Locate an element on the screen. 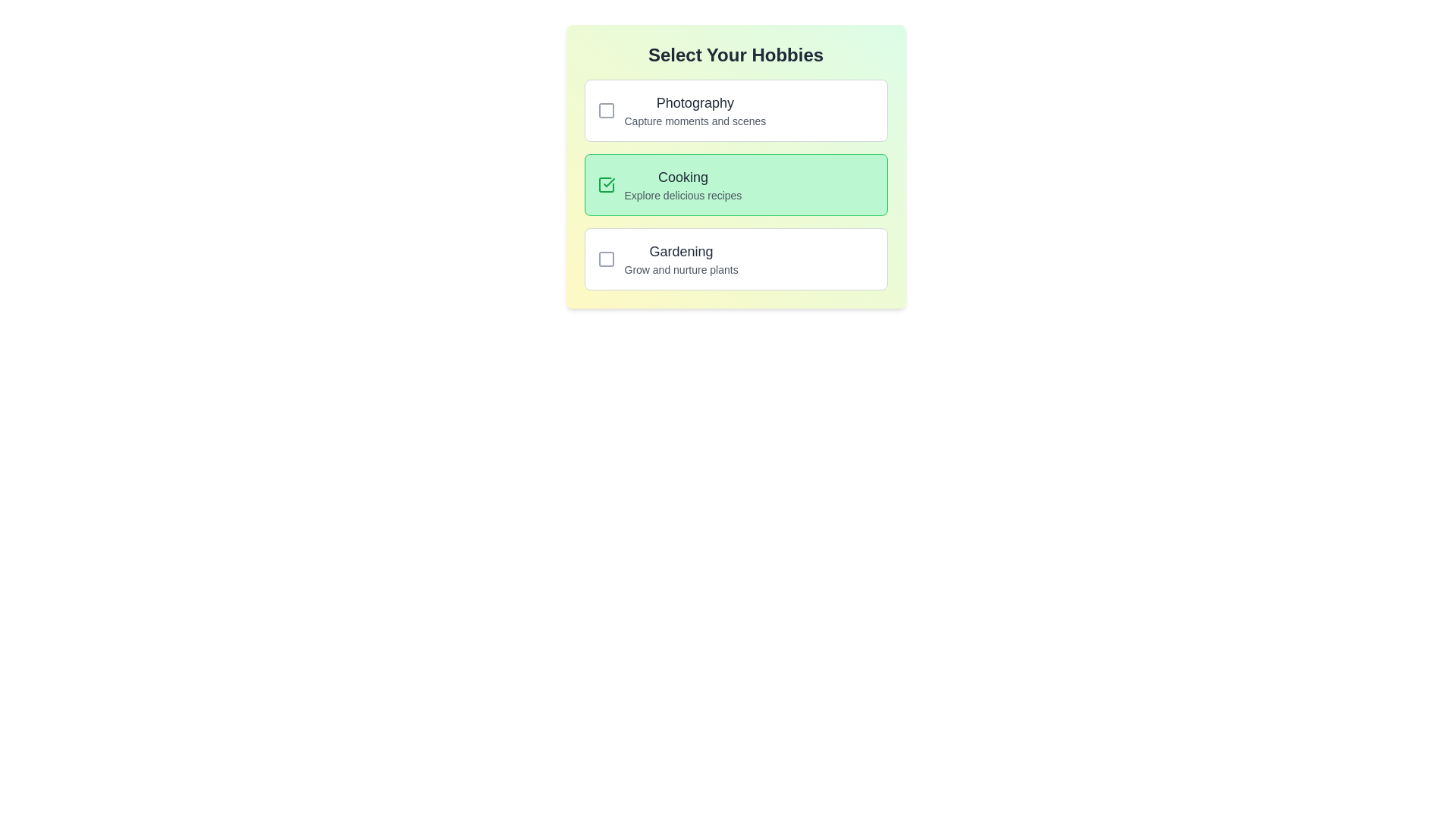 The image size is (1456, 819). the text label displaying 'Photography' and 'Capture moments and scenes' in the first section of the list under 'Select Your Hobbies' is located at coordinates (694, 110).